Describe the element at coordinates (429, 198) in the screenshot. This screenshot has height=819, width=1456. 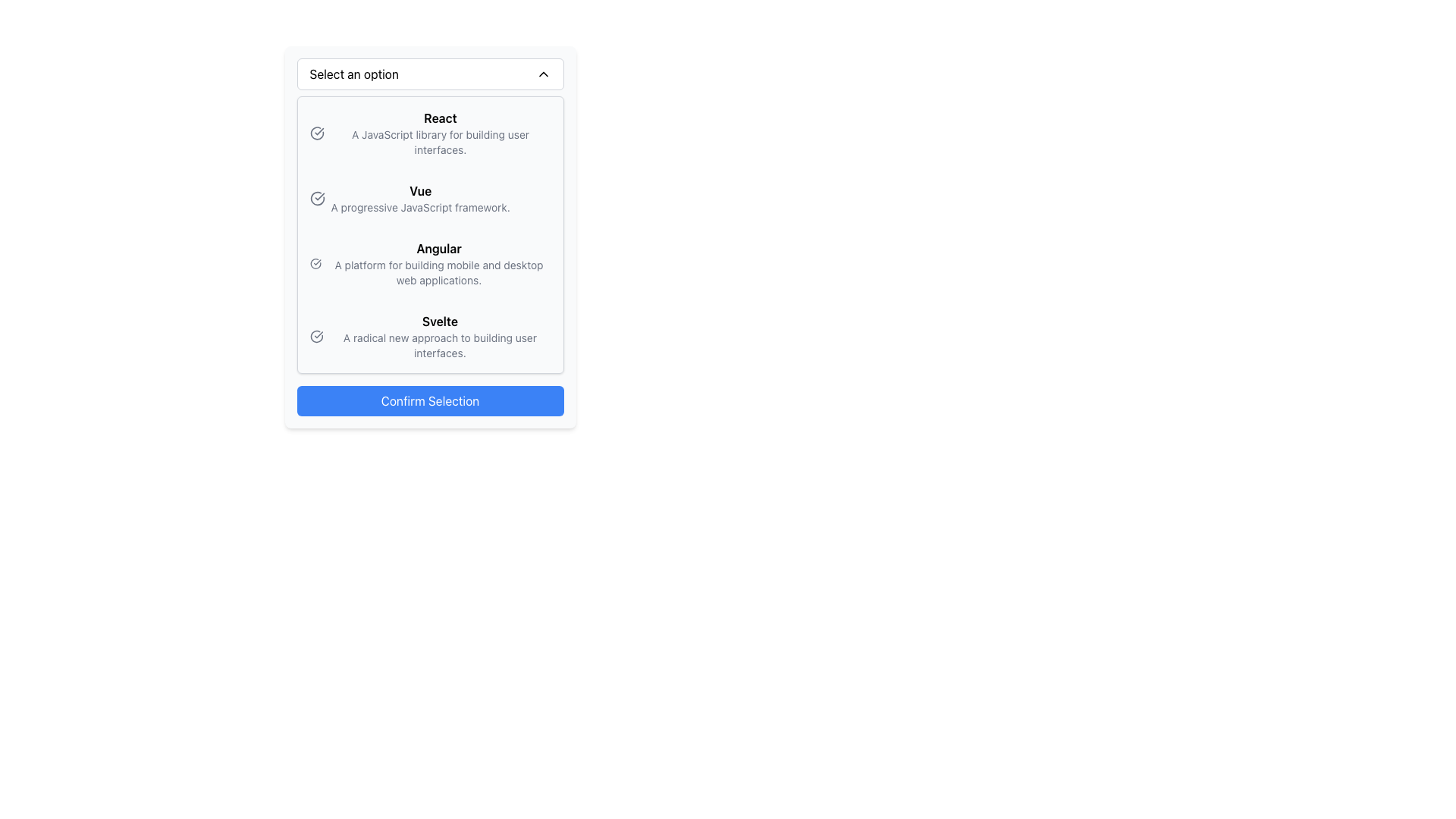
I see `to select the second option in the list for choosing a JavaScript framework, which is positioned below 'React' and above 'Angular'` at that location.